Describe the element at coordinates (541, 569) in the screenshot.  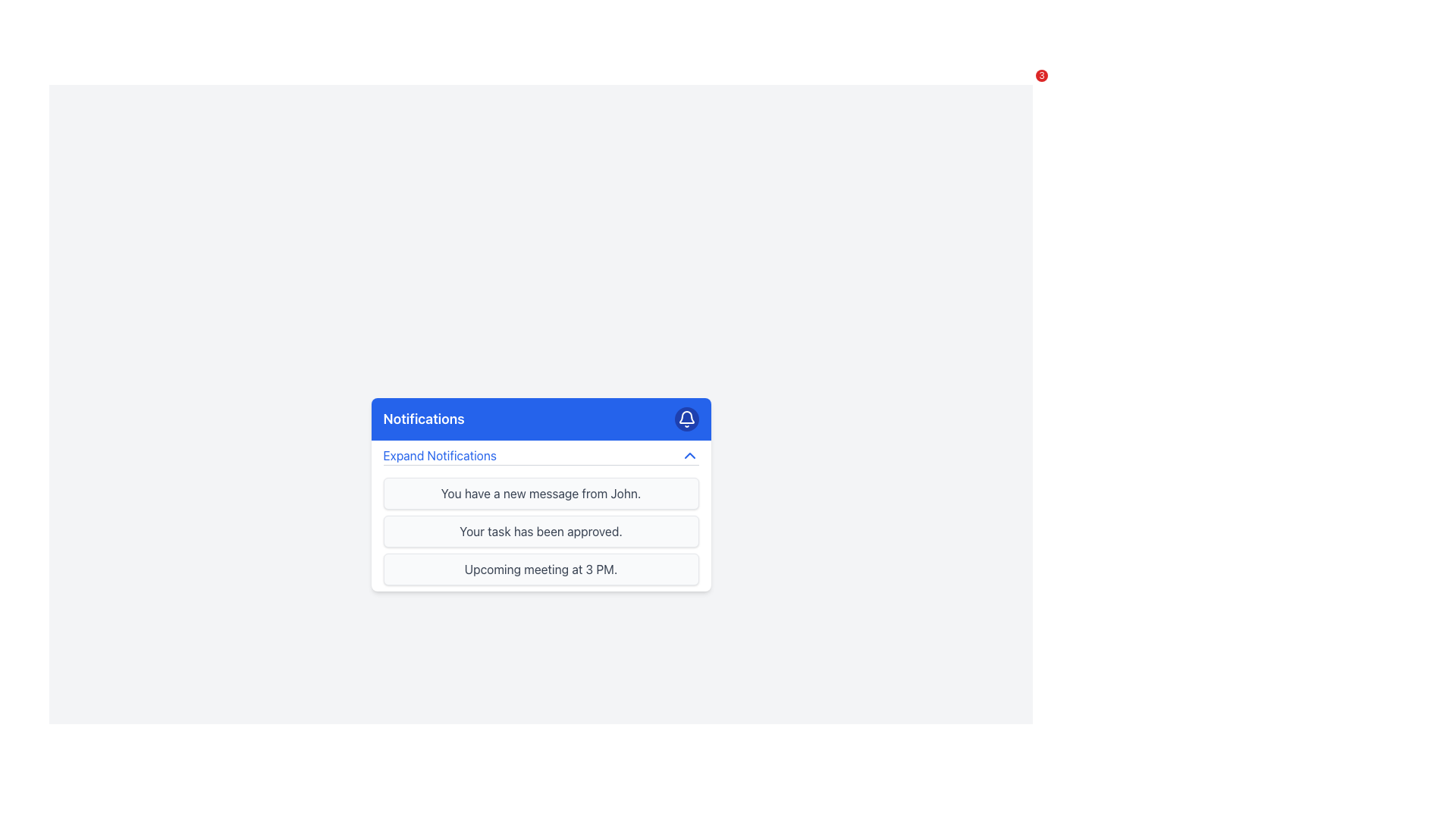
I see `the highlighted static text item in the notification panel that displays the message "Upcoming meeting at 3 PM."` at that location.